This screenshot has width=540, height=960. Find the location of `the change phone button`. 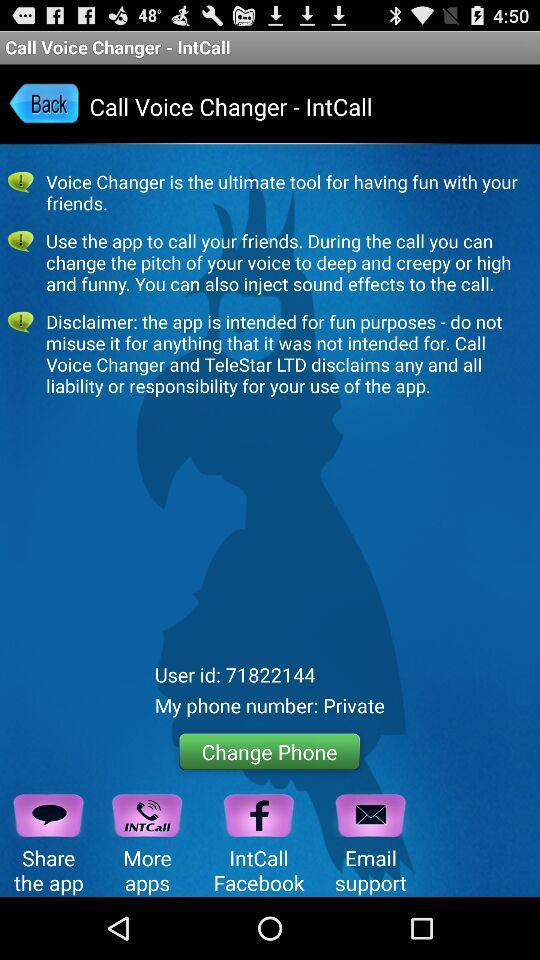

the change phone button is located at coordinates (269, 750).